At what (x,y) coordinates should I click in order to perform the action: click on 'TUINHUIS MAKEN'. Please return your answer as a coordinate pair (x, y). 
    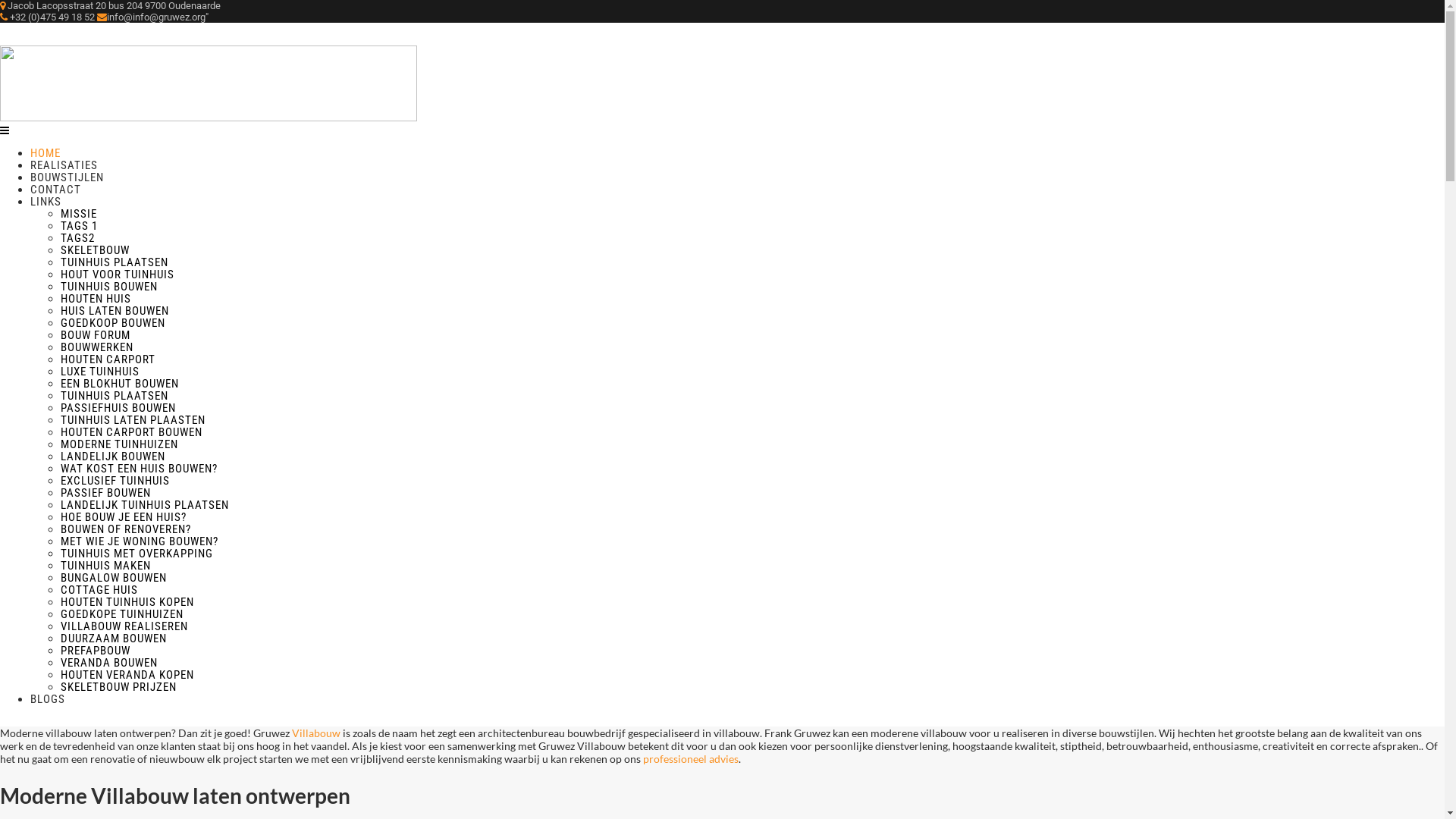
    Looking at the image, I should click on (105, 565).